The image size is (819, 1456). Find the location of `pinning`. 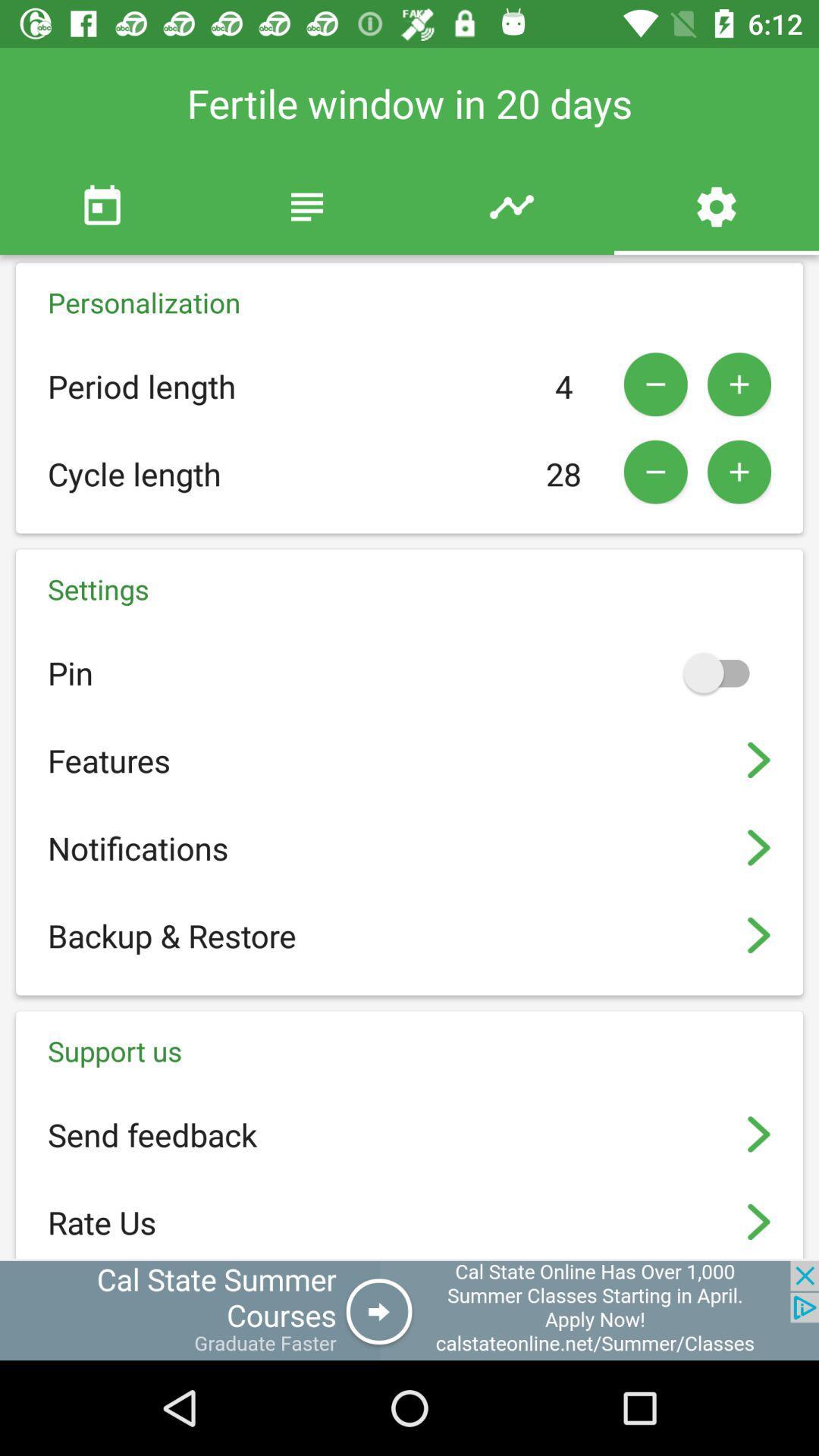

pinning is located at coordinates (723, 672).